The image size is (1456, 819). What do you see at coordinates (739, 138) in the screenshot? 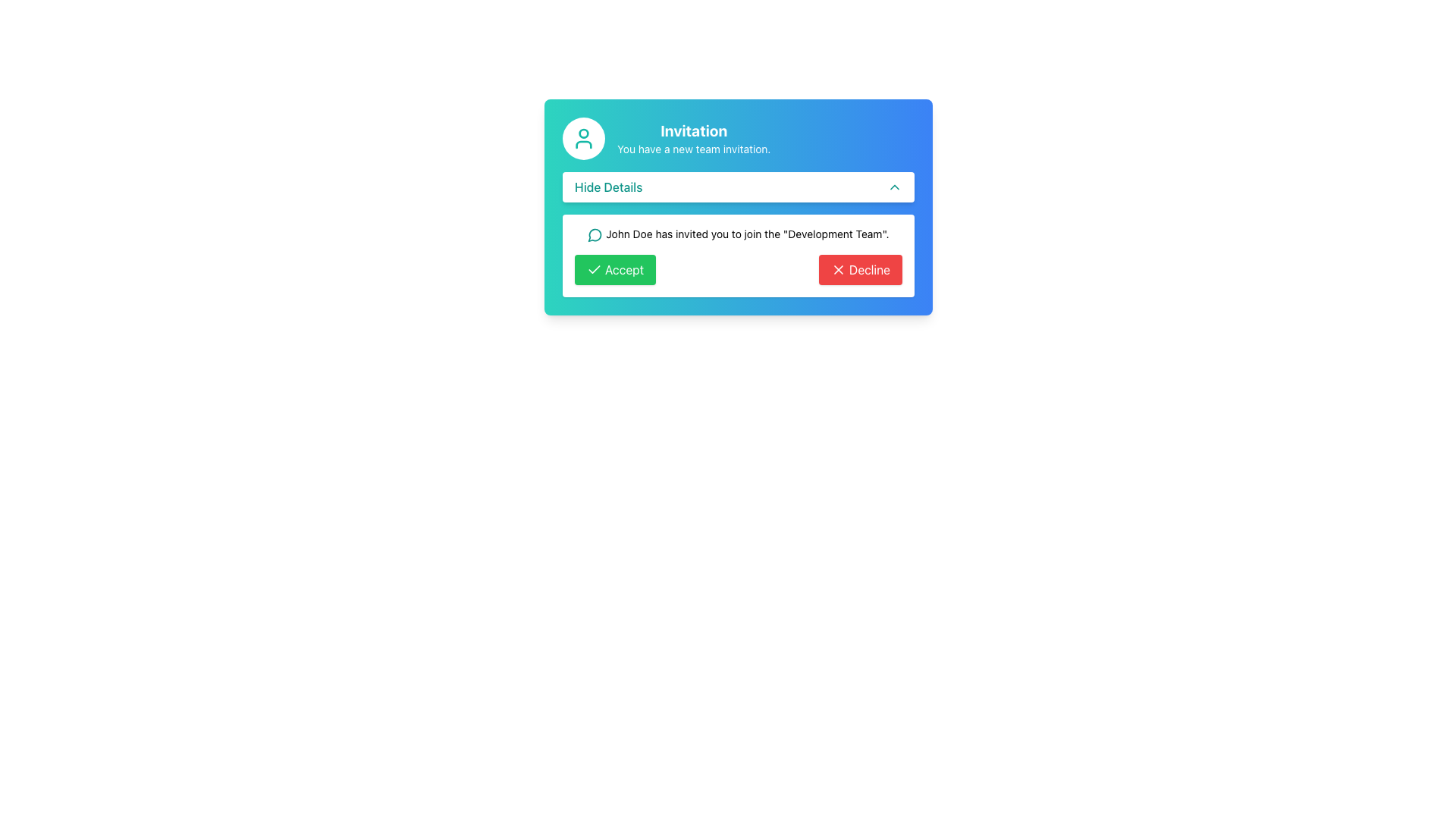
I see `the Notification header section, which displays team invitation notifications and is located at the top of the blue gradient panel, right of the circular icon and above the 'Hide Details' button` at bounding box center [739, 138].